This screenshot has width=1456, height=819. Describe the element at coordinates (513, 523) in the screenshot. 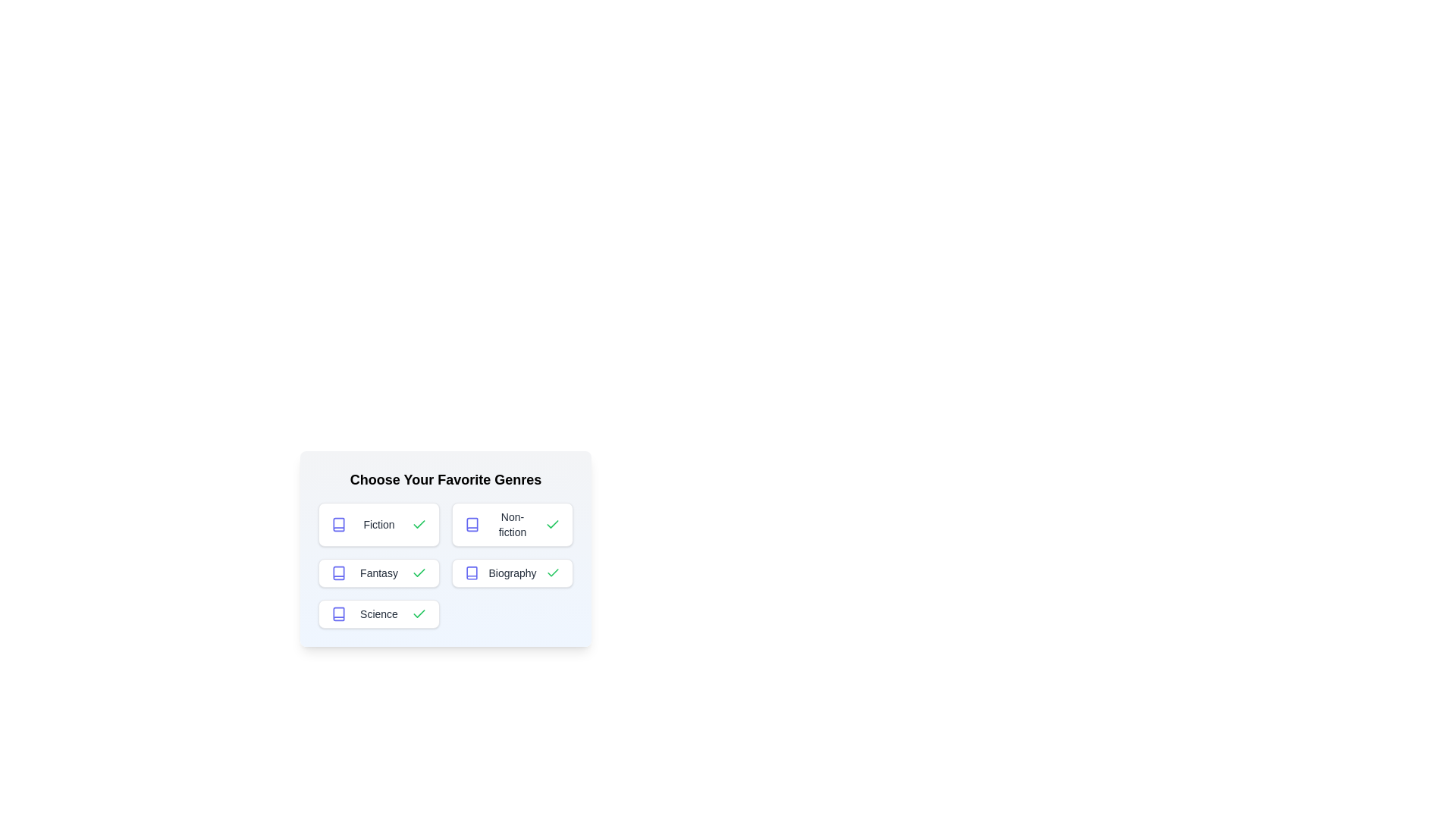

I see `the genre button labeled Non-fiction to toggle its selection` at that location.